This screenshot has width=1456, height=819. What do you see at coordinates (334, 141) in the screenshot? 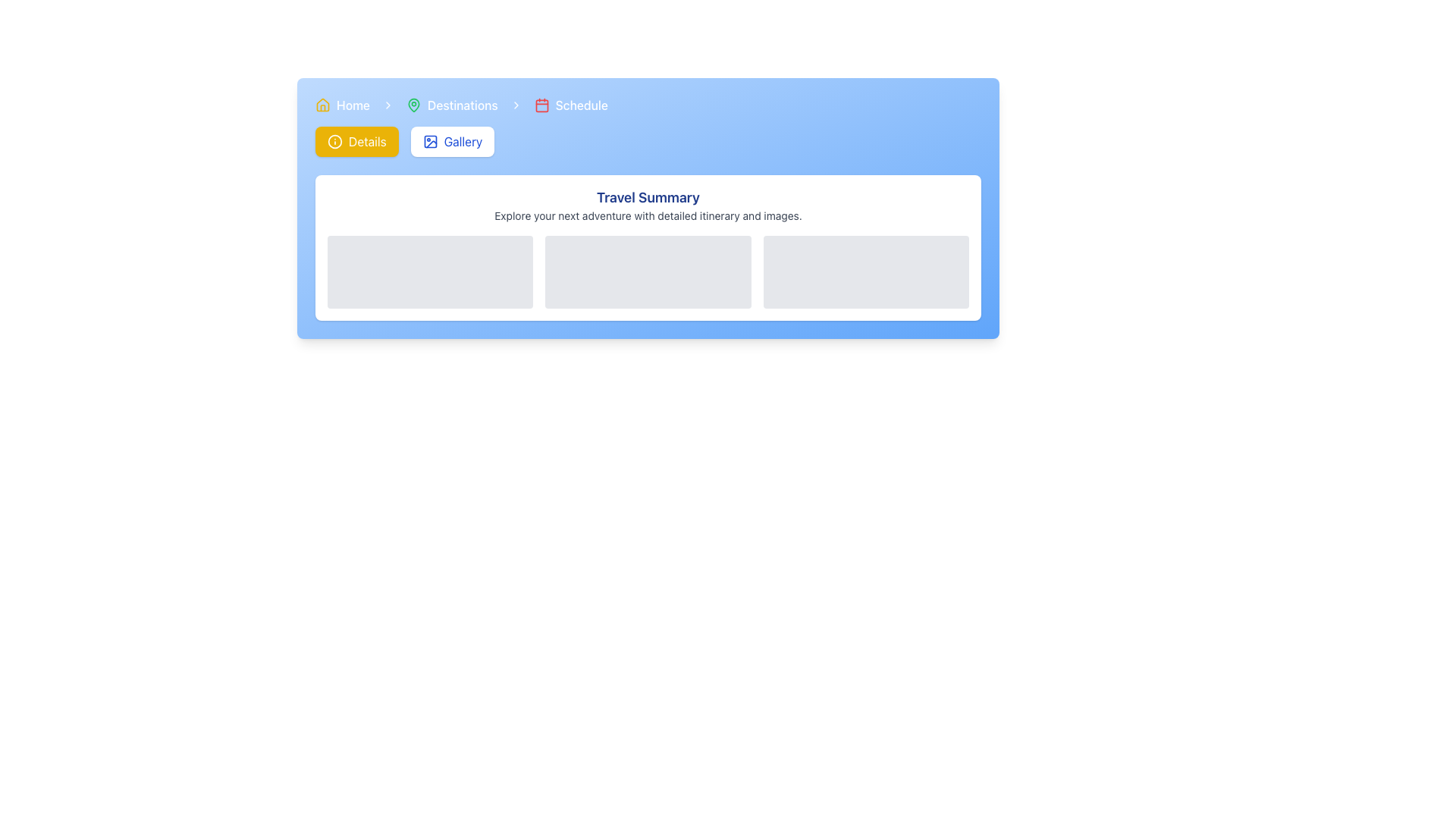
I see `the static state of the SVG Circle located within the 'Details' button at the upper left region of the interface` at bounding box center [334, 141].